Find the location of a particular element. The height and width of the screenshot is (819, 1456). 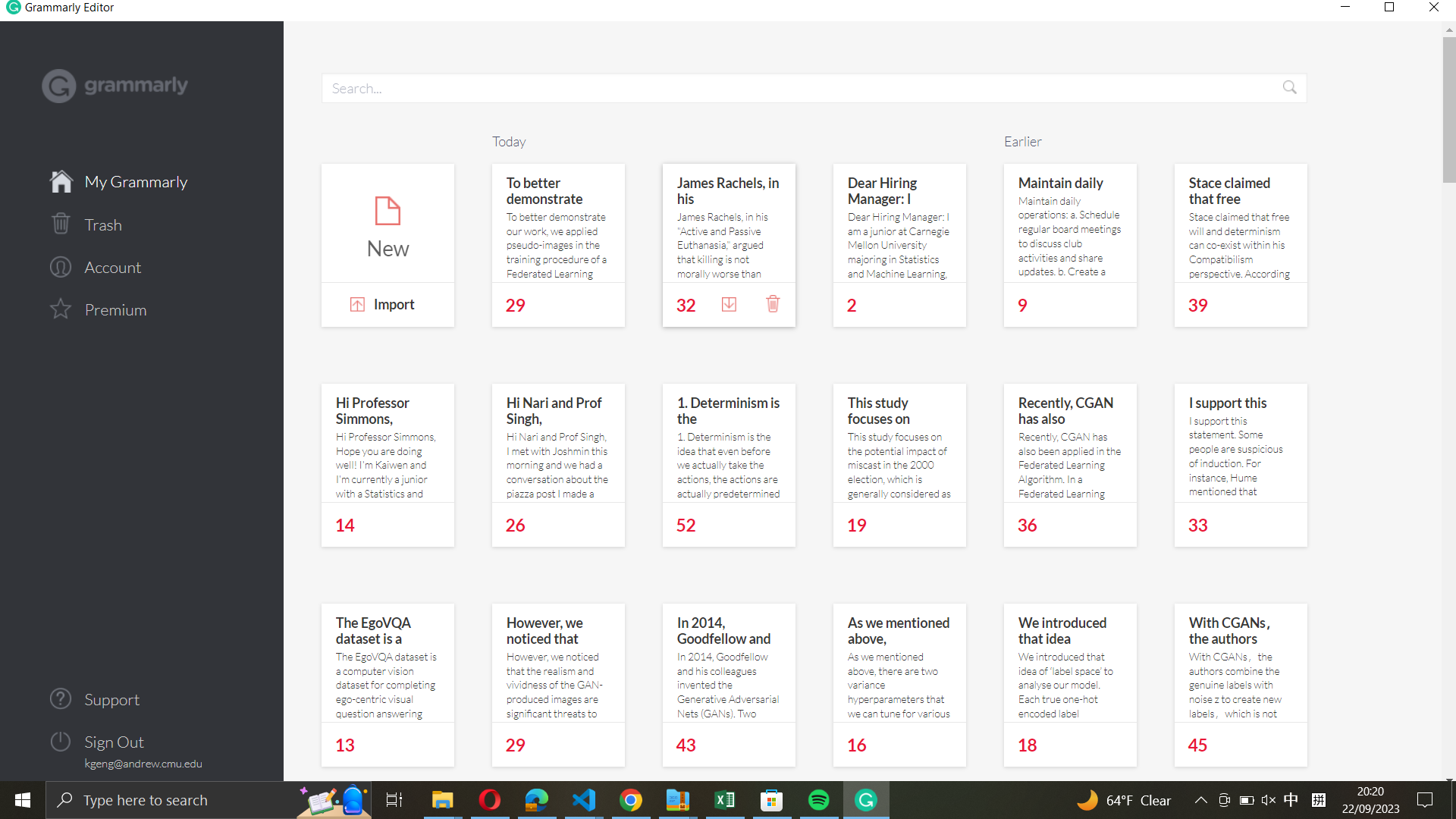

the trash or recycle bin is located at coordinates (142, 223).